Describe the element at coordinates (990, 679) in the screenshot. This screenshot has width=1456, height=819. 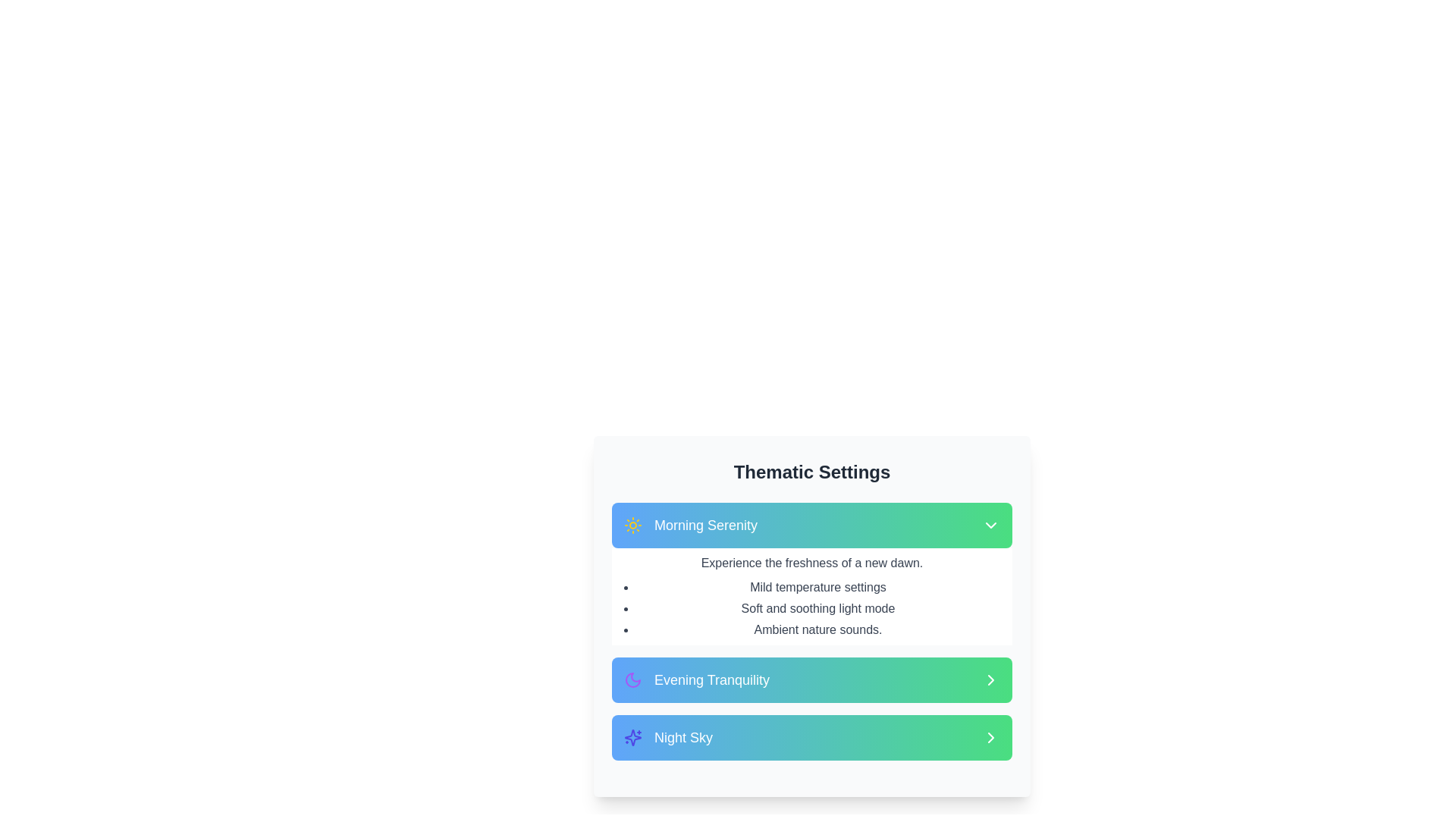
I see `the navigation icon located within the 'Evening Tranquility' section, positioned on the far right of the green gradient background` at that location.